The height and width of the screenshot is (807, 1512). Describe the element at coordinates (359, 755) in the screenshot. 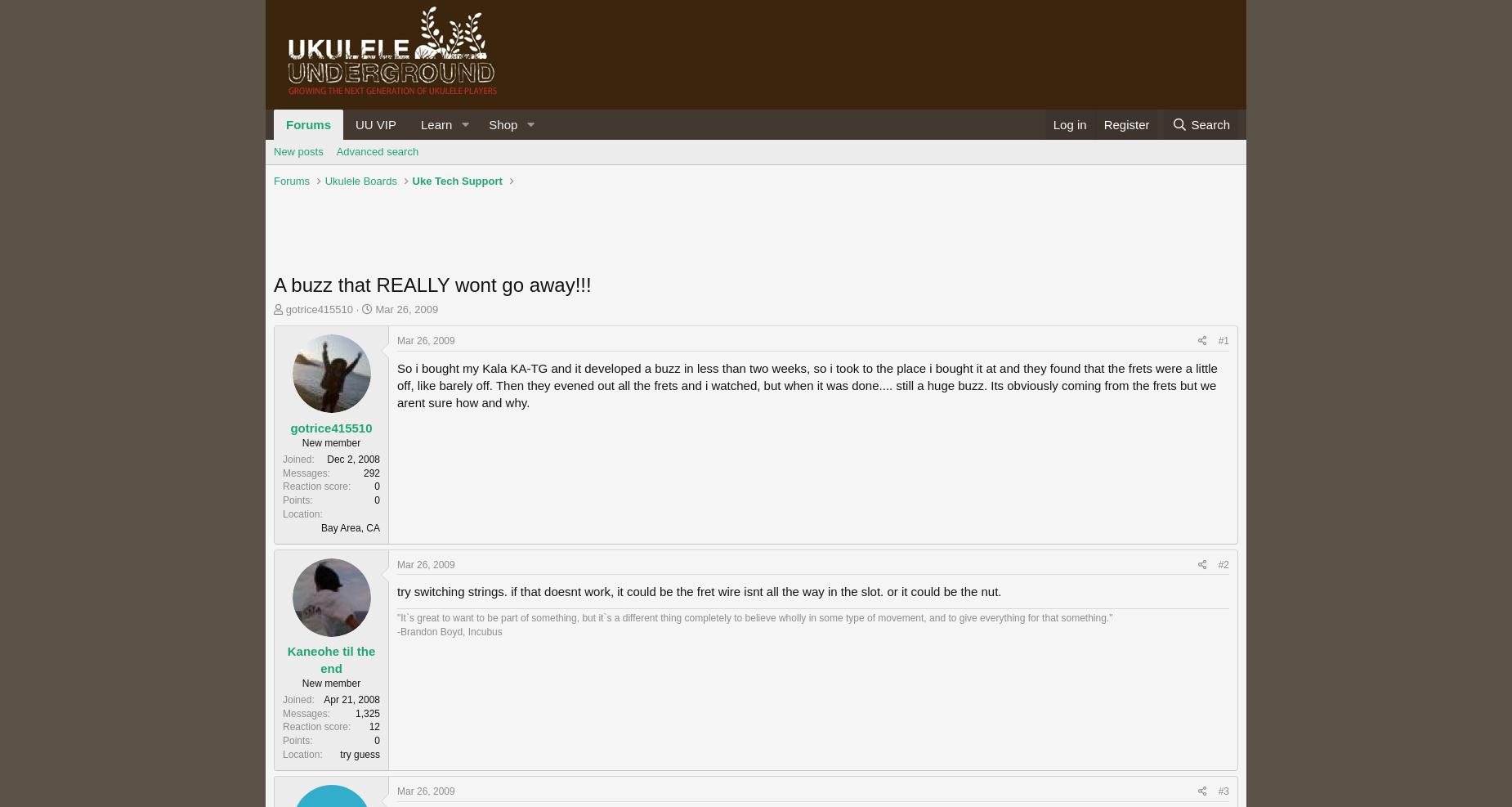

I see `'try guess'` at that location.